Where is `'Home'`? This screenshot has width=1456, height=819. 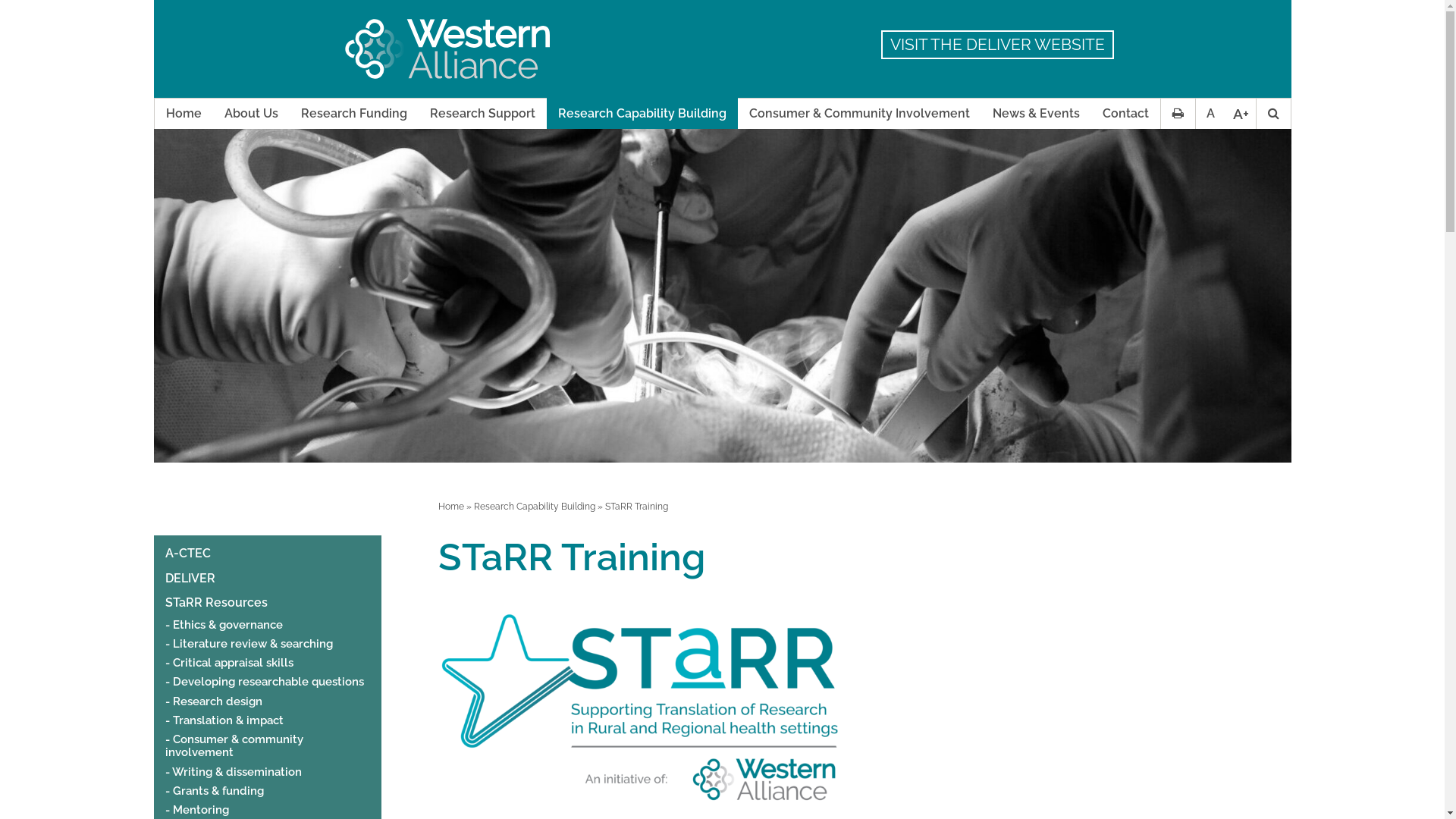 'Home' is located at coordinates (183, 113).